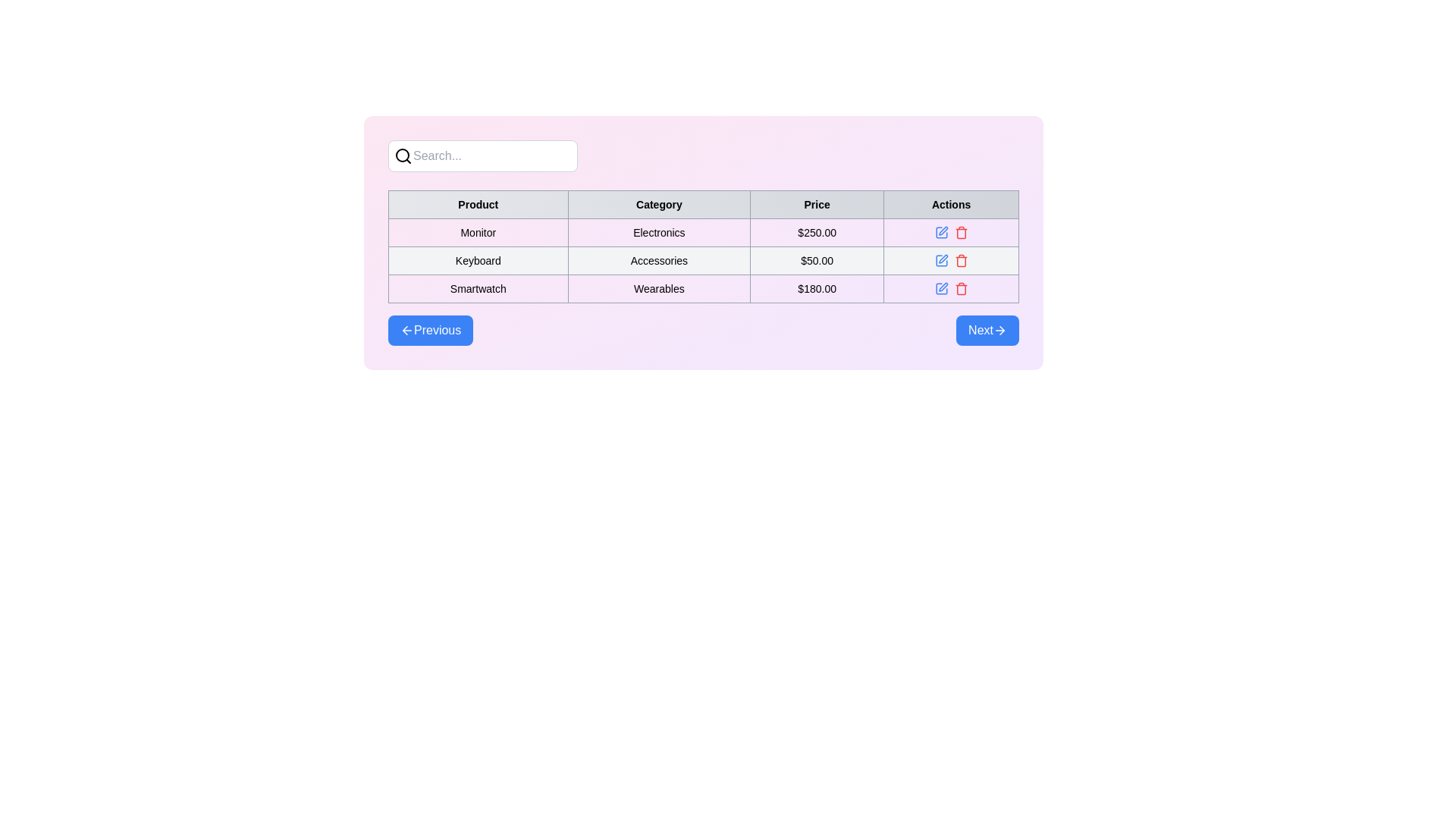 This screenshot has height=819, width=1456. Describe the element at coordinates (1000, 329) in the screenshot. I see `the arrow icon located within the 'Next' button at the bottom right corner of the UI layout` at that location.